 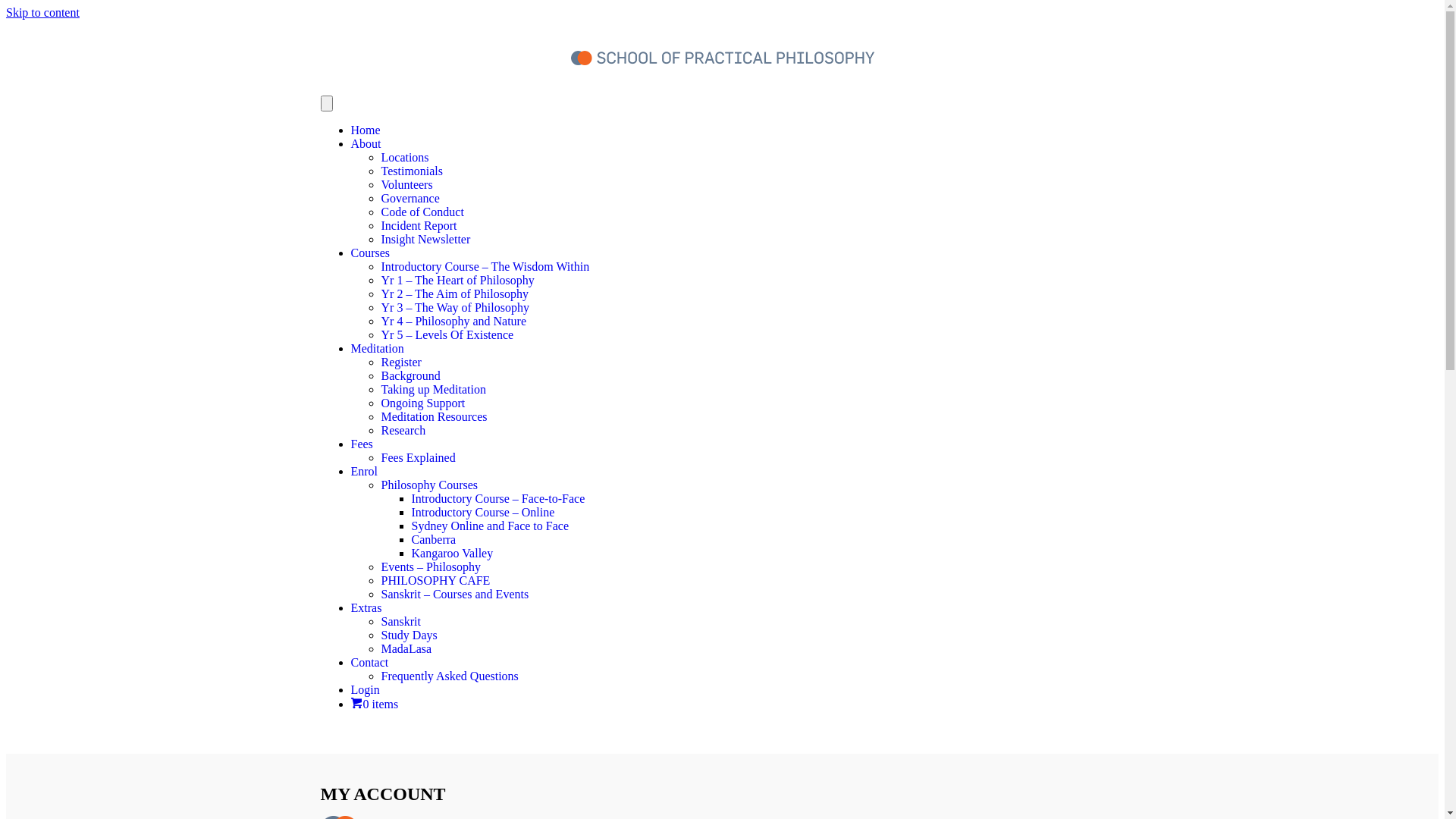 What do you see at coordinates (432, 416) in the screenshot?
I see `'Meditation Resources'` at bounding box center [432, 416].